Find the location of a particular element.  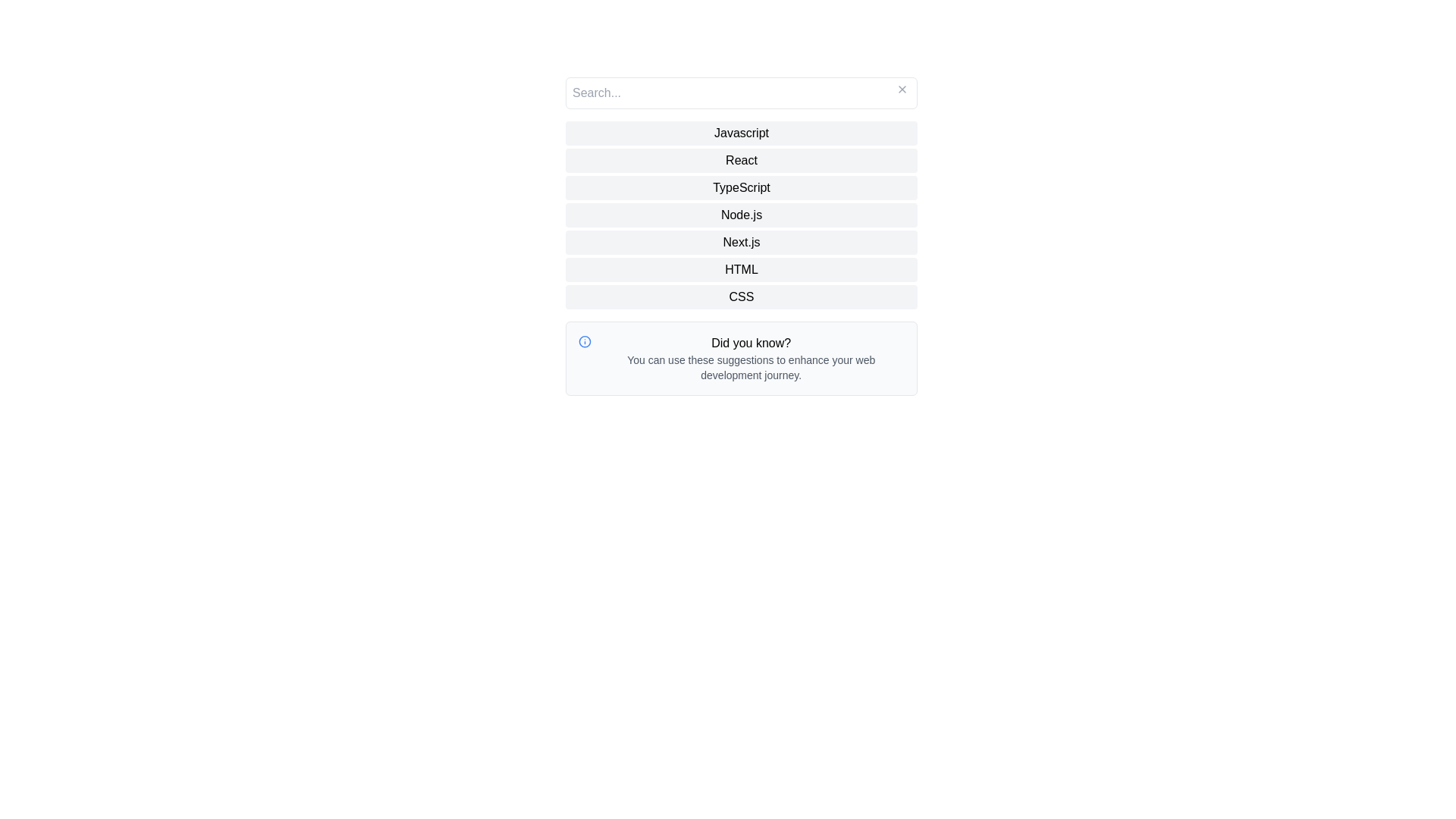

the selectable option in the list that represents 'Node.js' is located at coordinates (742, 215).